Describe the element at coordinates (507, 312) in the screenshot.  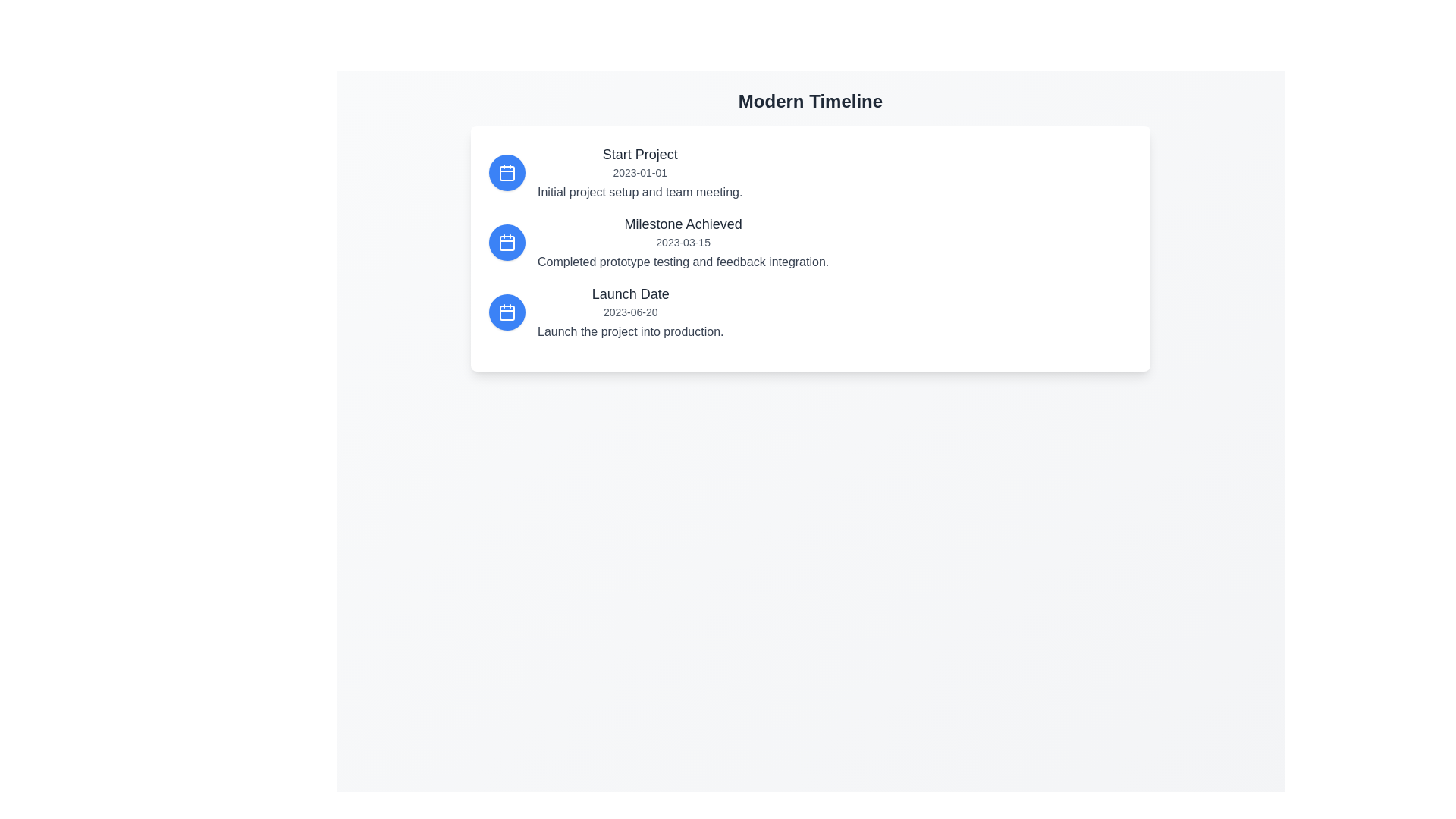
I see `the calendar icon with a blue background and white outline located in the third entry of the vertical timeline labeled 'Launch Date'` at that location.